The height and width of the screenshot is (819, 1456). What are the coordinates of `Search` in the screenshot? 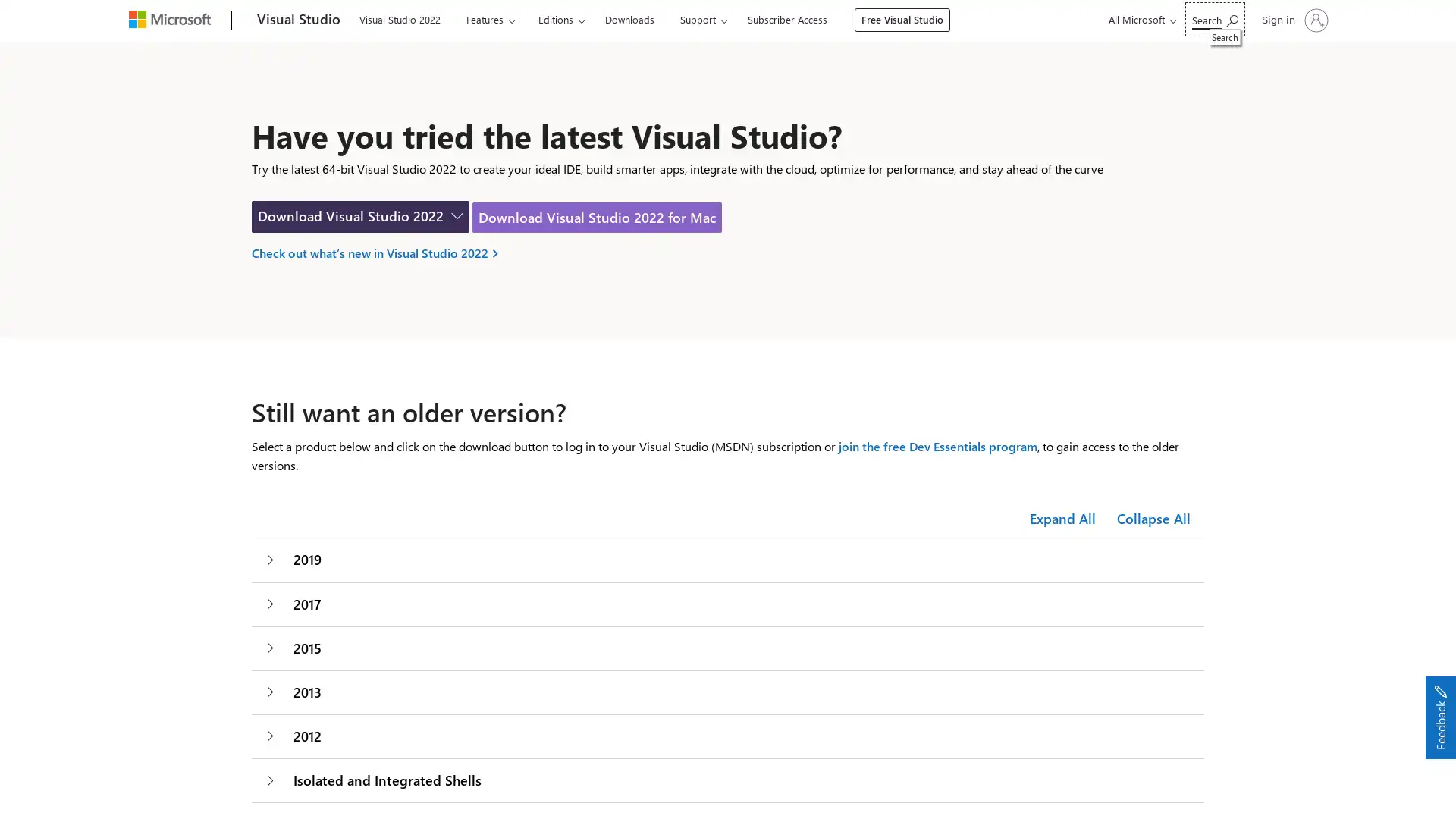 It's located at (1215, 19).